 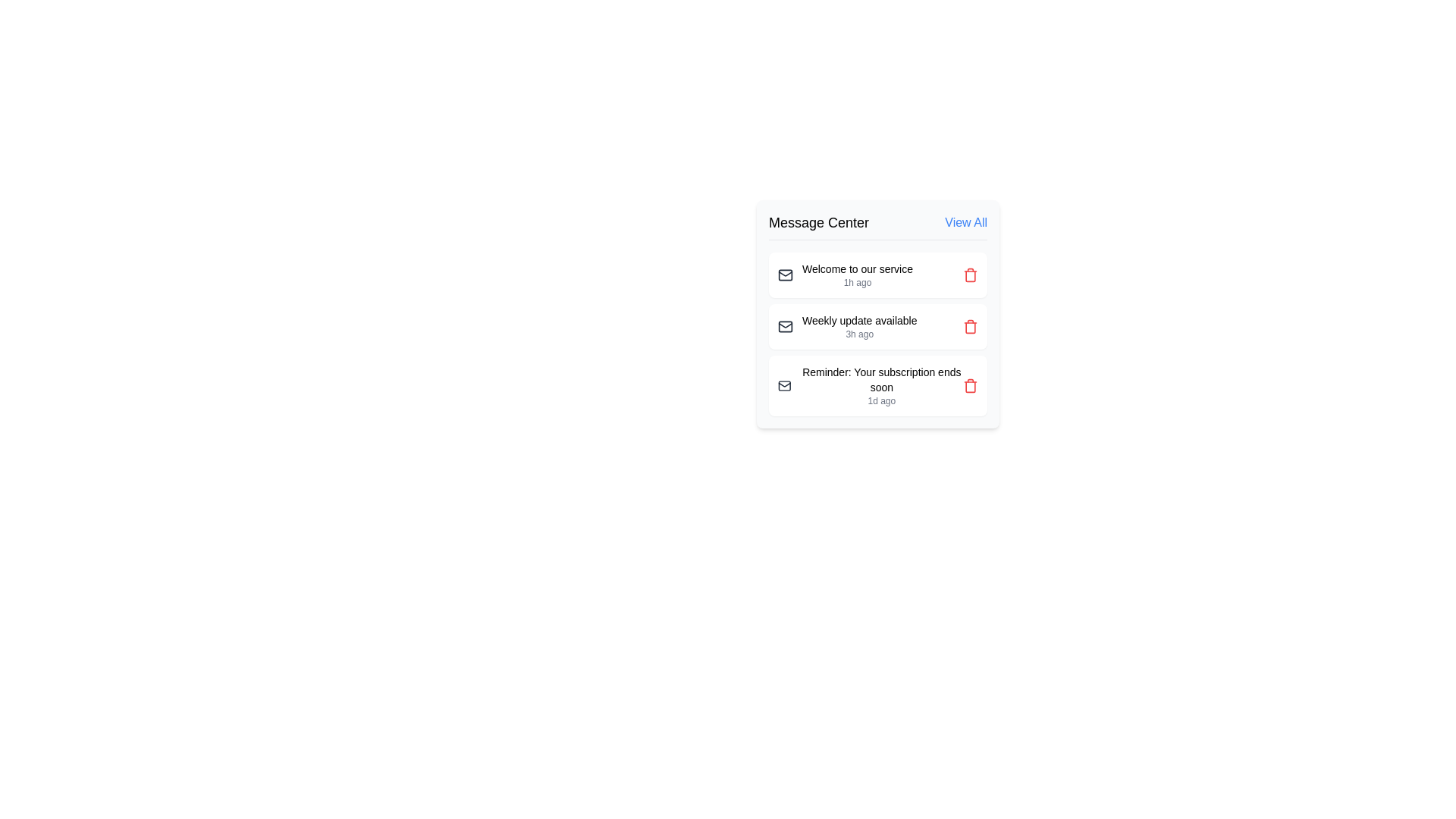 I want to click on the text label displaying 'Welcome to our service' in the Message Center notifications, so click(x=858, y=268).